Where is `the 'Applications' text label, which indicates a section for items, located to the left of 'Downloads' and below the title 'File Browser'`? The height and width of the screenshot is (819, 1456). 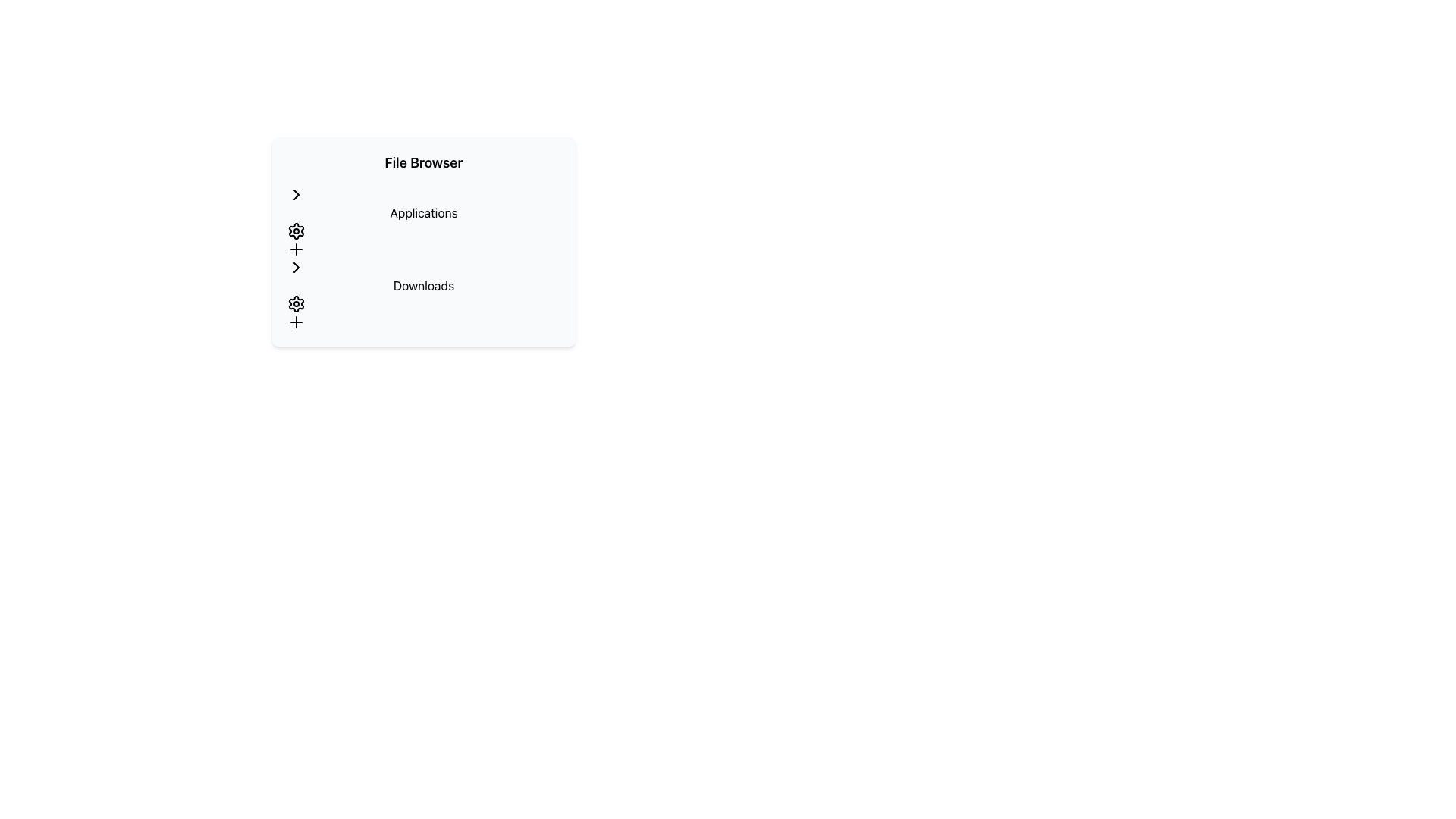
the 'Applications' text label, which indicates a section for items, located to the left of 'Downloads' and below the title 'File Browser' is located at coordinates (423, 213).